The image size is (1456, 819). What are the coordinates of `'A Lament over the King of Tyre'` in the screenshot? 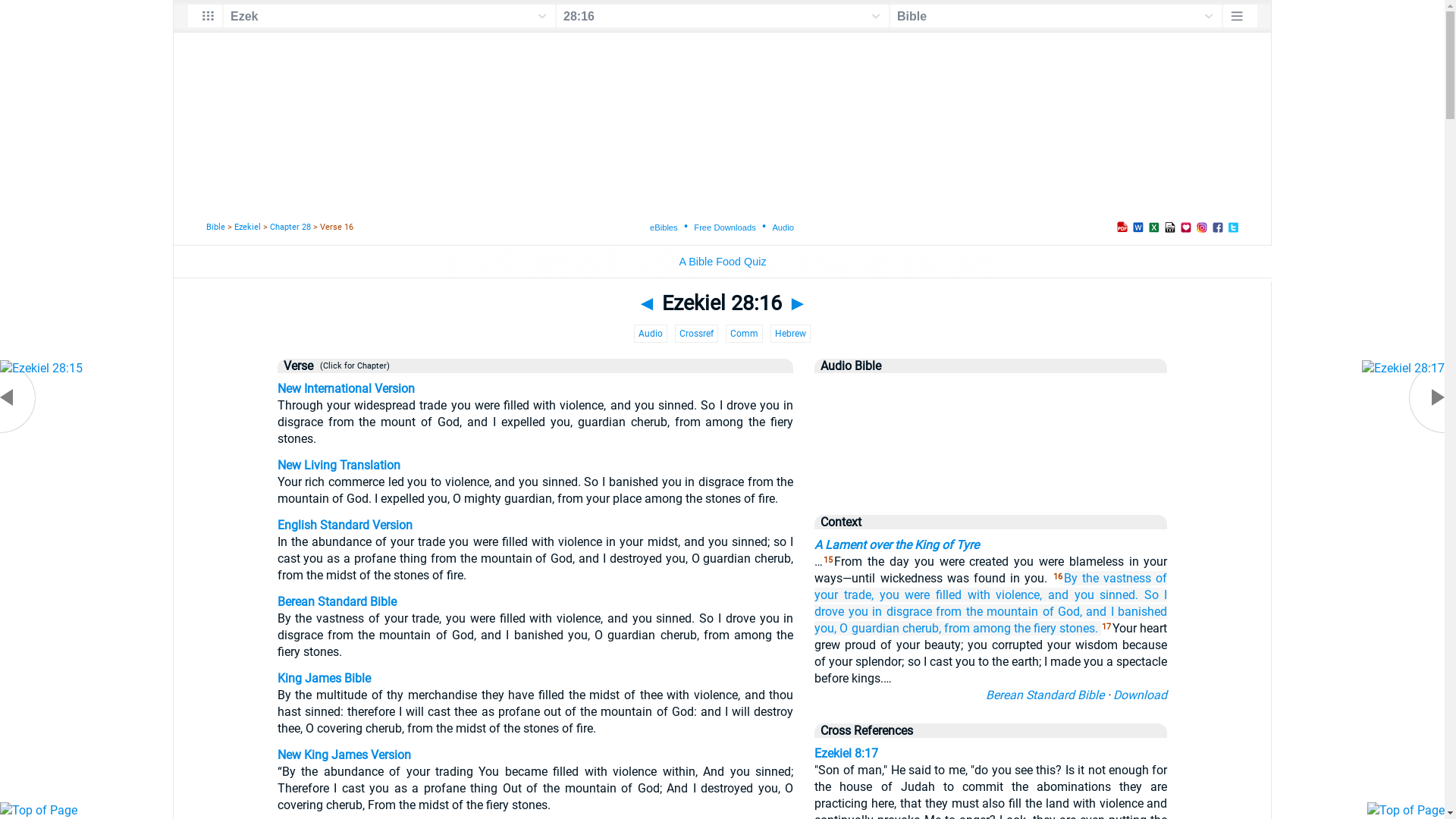 It's located at (896, 544).